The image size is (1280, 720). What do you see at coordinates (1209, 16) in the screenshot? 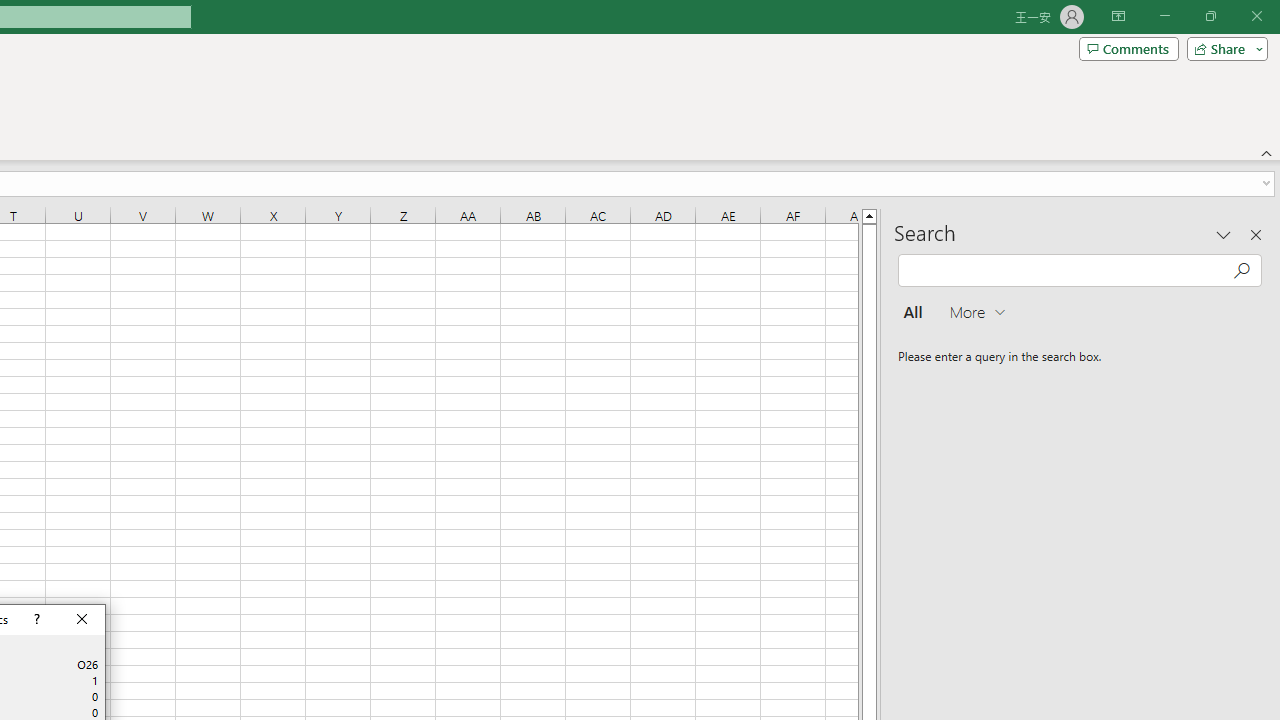
I see `'Restore Down'` at bounding box center [1209, 16].